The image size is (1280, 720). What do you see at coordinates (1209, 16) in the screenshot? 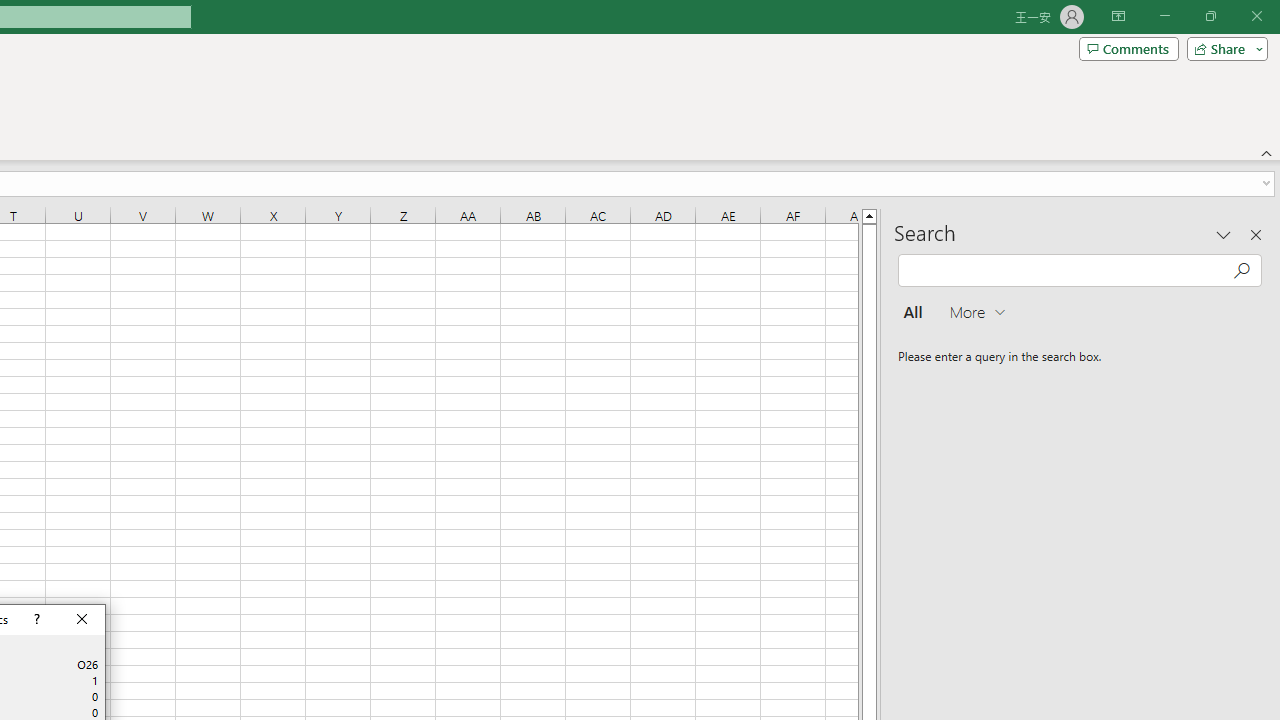
I see `'Restore Down'` at bounding box center [1209, 16].